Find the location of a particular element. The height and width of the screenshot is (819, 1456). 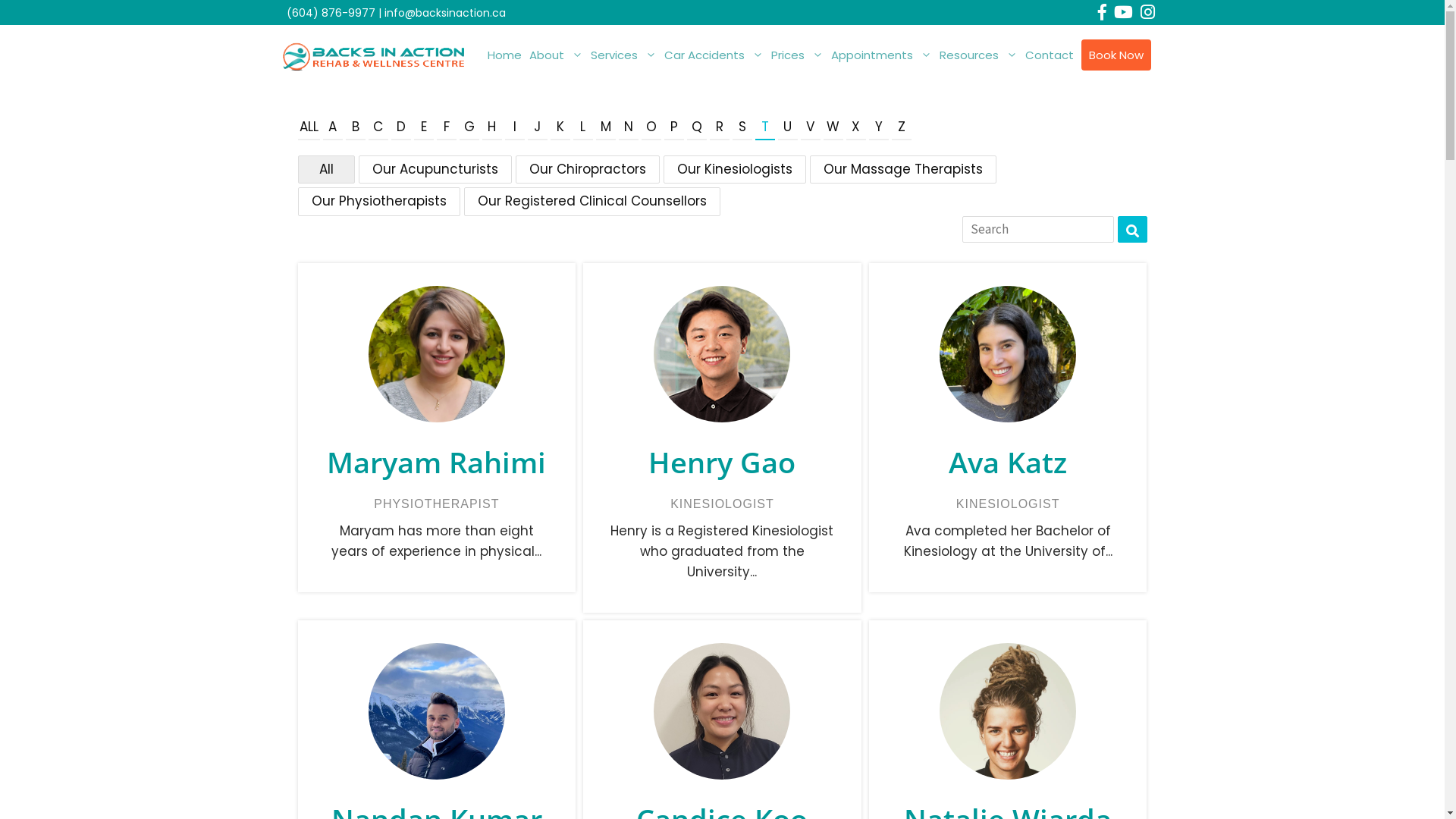

'Our Registered Clinical Counsellors' is located at coordinates (591, 200).